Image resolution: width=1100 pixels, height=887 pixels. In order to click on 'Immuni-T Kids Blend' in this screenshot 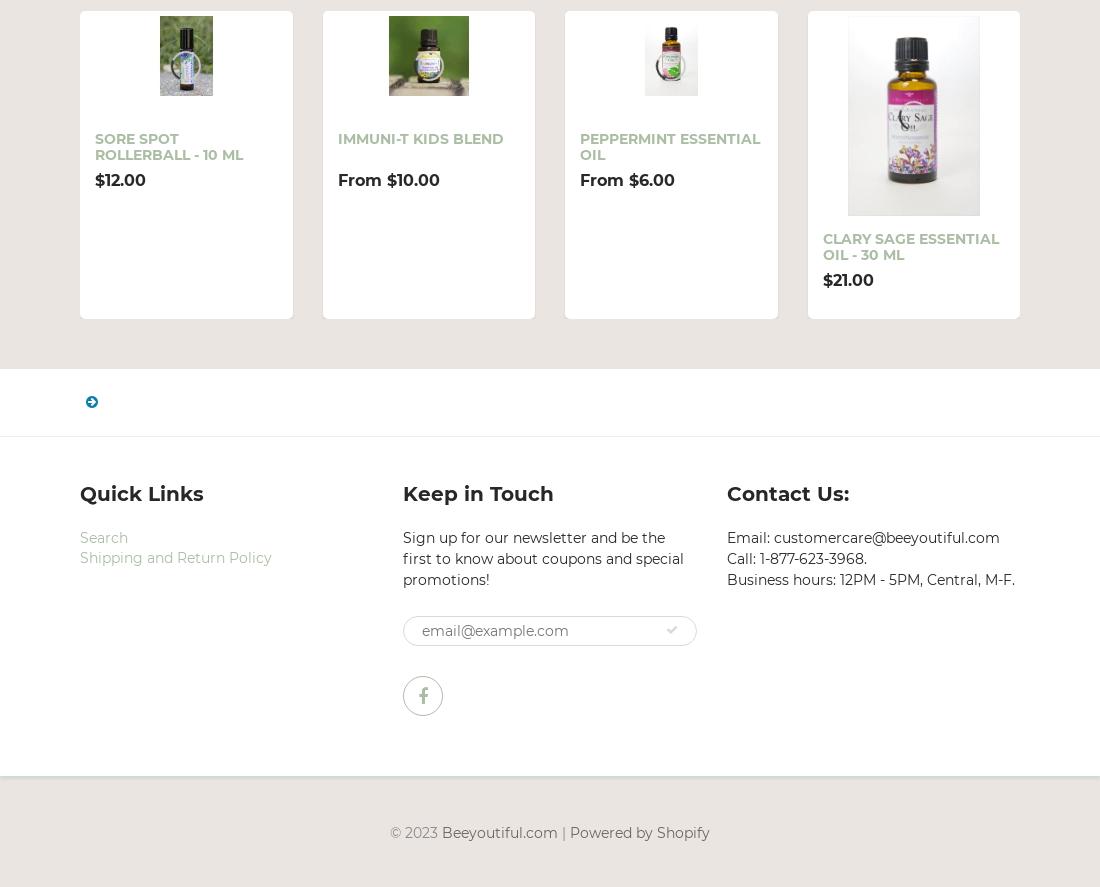, I will do `click(418, 138)`.